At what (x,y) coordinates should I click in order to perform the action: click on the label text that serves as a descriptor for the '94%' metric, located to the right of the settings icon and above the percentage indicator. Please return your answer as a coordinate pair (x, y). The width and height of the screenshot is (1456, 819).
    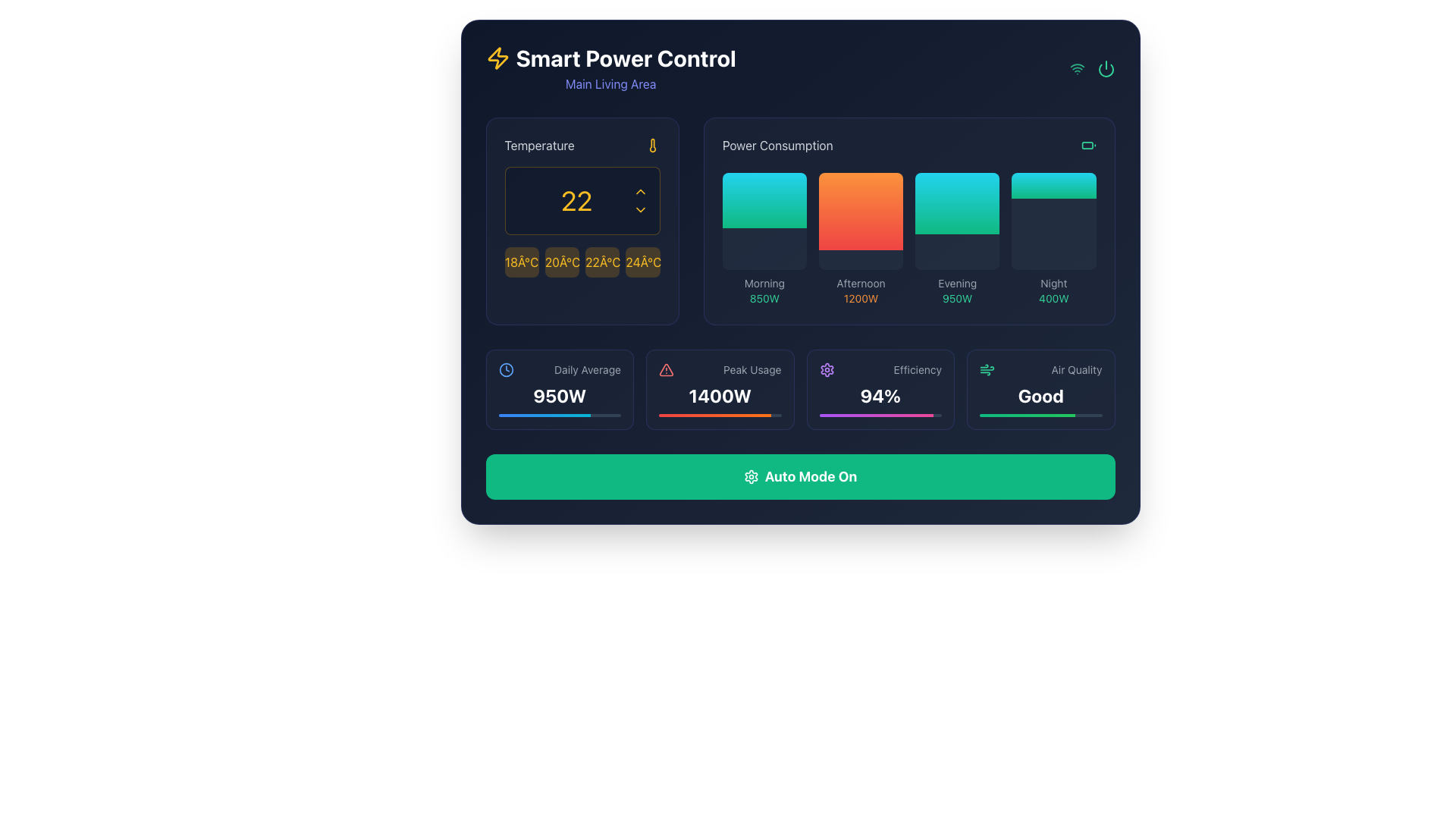
    Looking at the image, I should click on (917, 370).